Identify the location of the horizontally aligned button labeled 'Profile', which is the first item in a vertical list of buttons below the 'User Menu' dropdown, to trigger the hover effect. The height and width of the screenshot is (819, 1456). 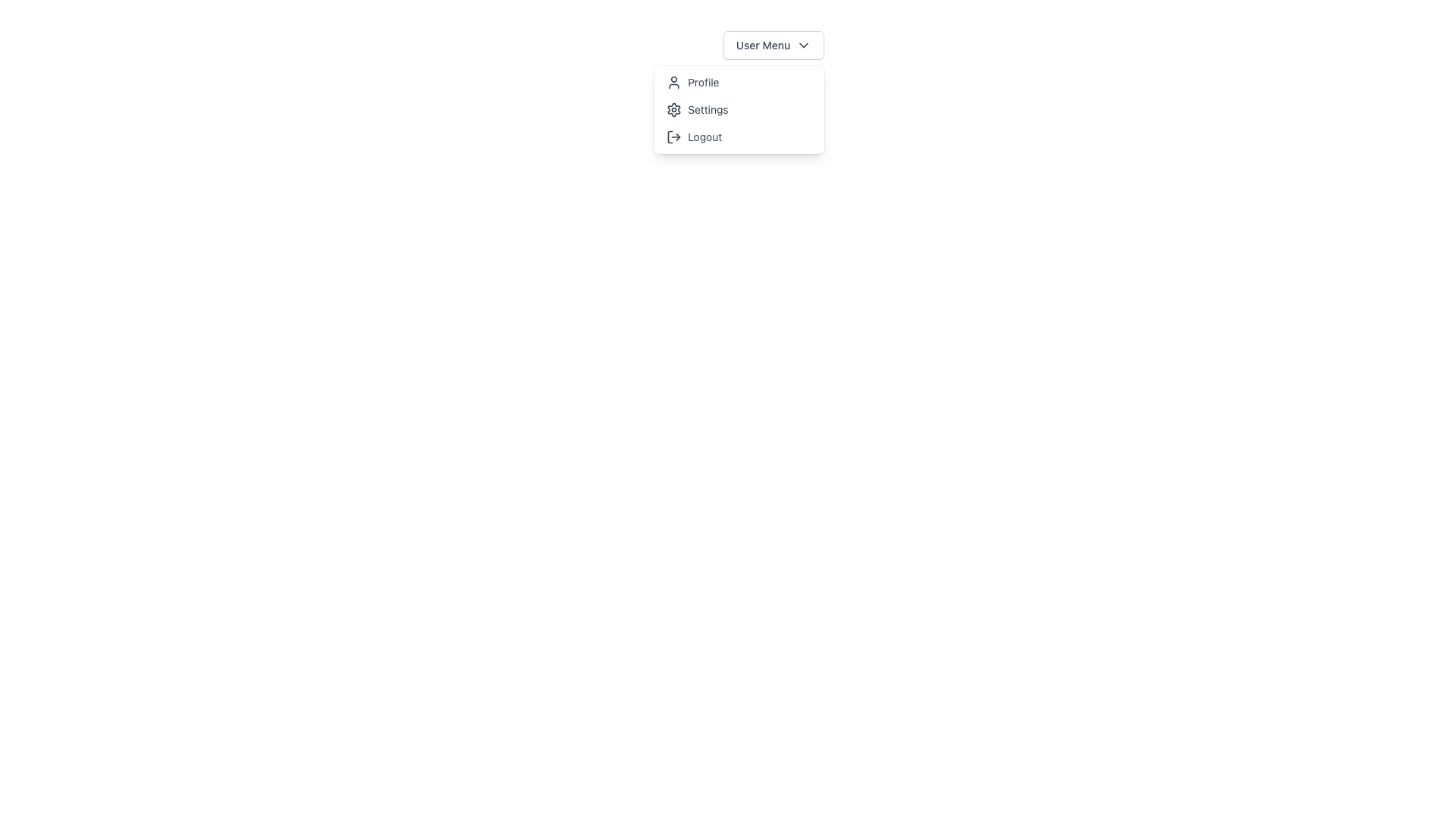
(739, 82).